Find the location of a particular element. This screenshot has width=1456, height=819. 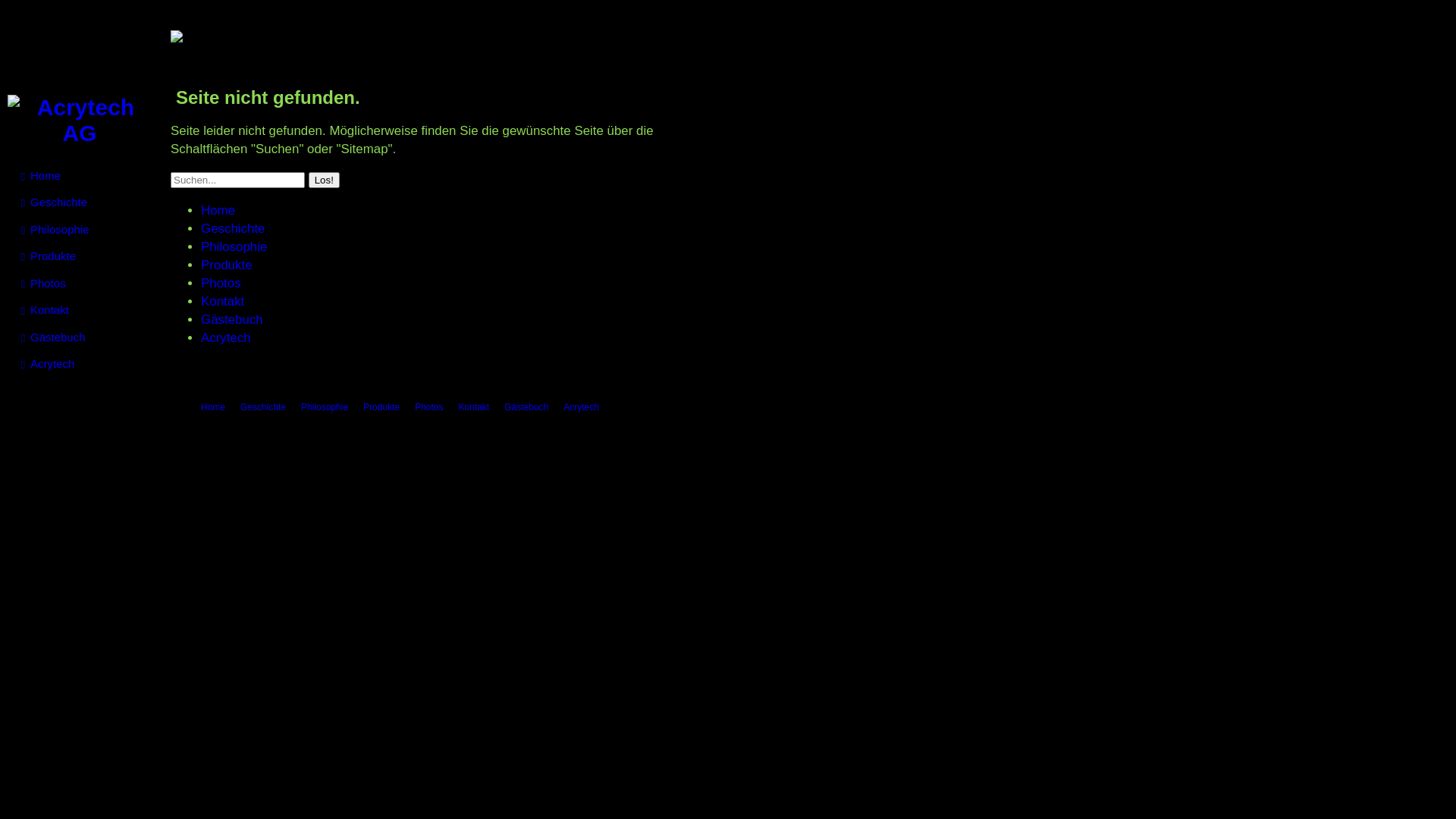

'Geschichte' is located at coordinates (232, 228).